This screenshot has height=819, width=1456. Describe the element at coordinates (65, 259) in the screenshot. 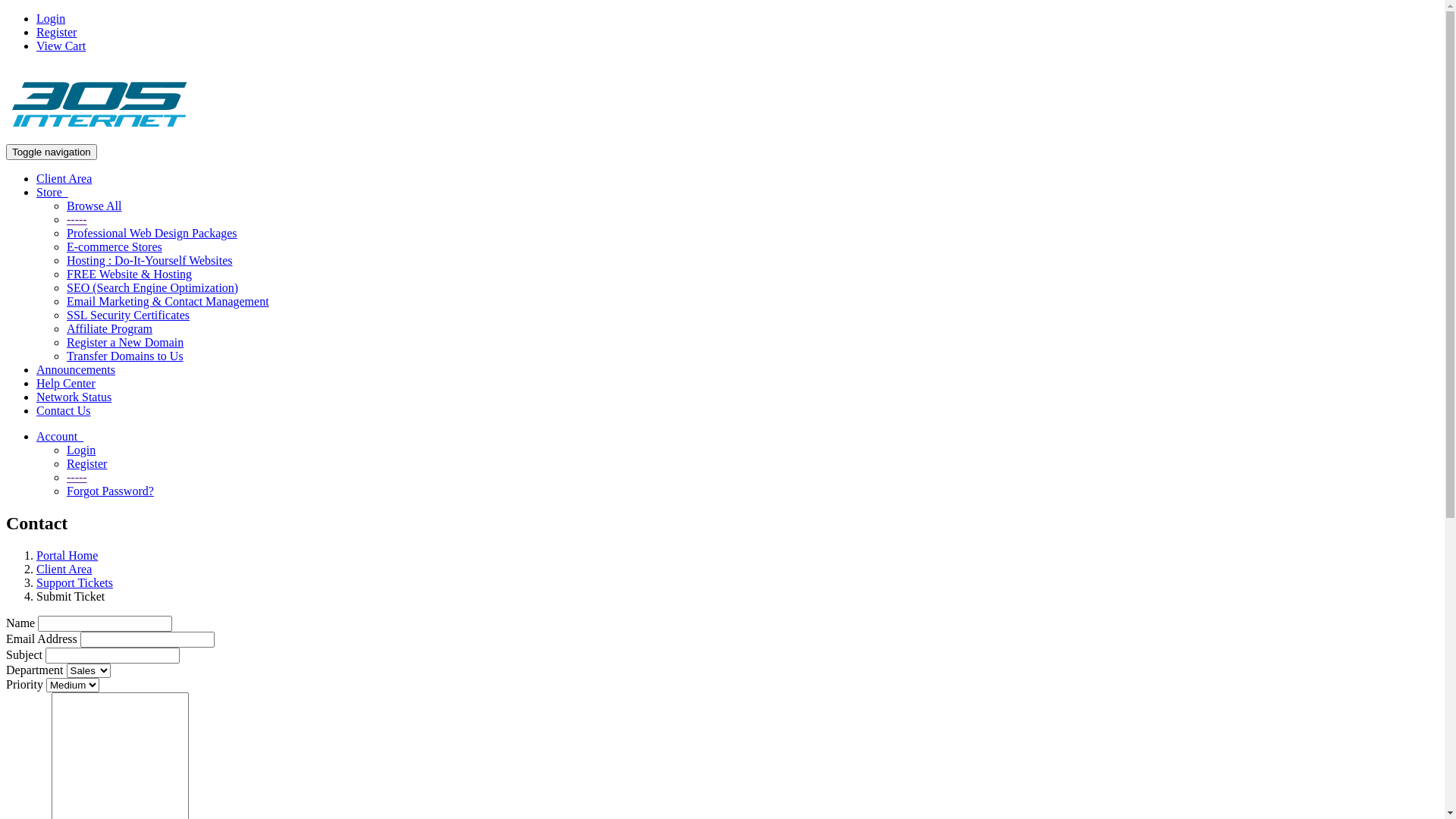

I see `'Hosting : Do-It-Yourself Websites'` at that location.